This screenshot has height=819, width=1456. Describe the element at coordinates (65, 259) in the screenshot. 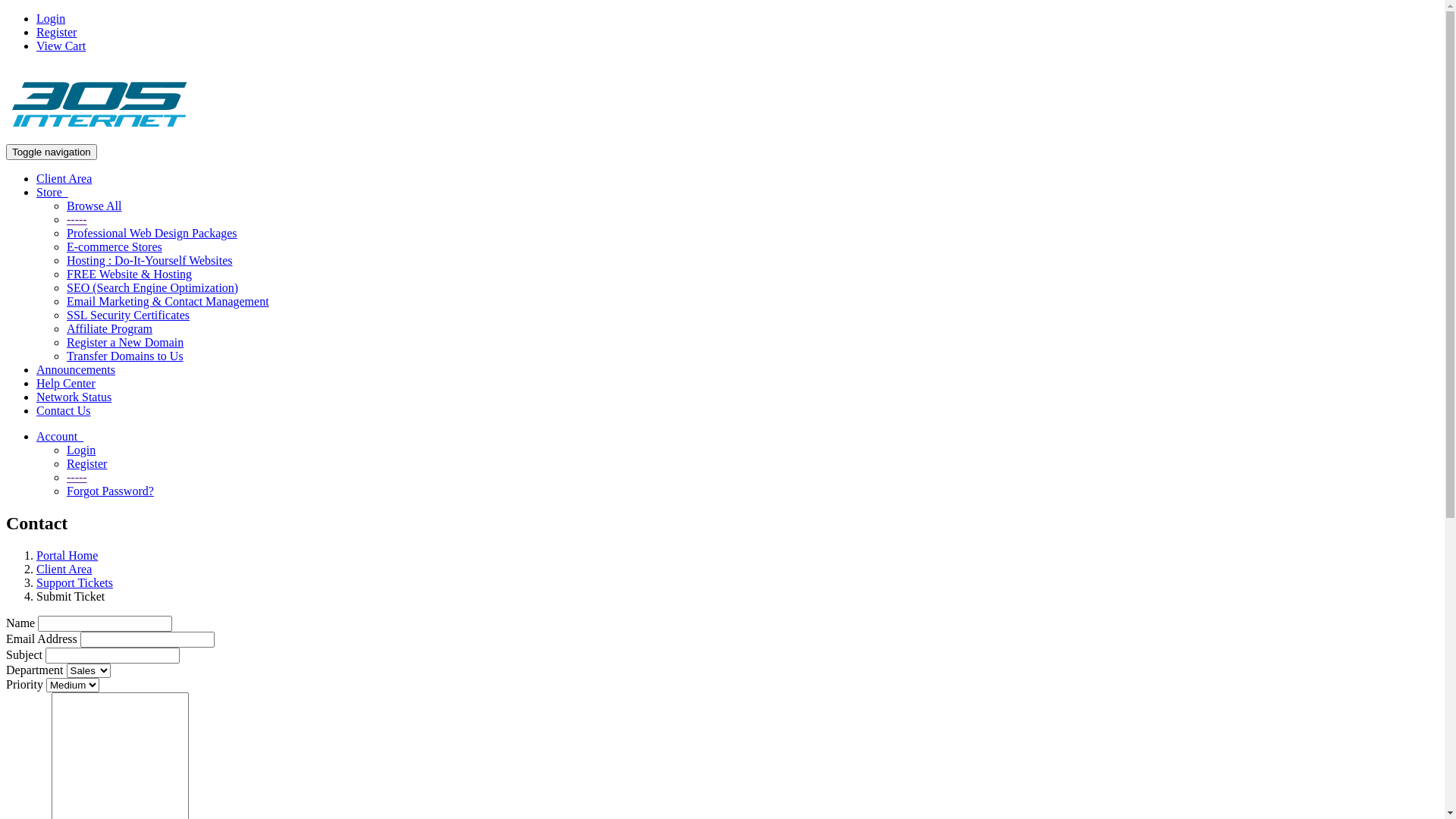

I see `'Hosting : Do-It-Yourself Websites'` at that location.